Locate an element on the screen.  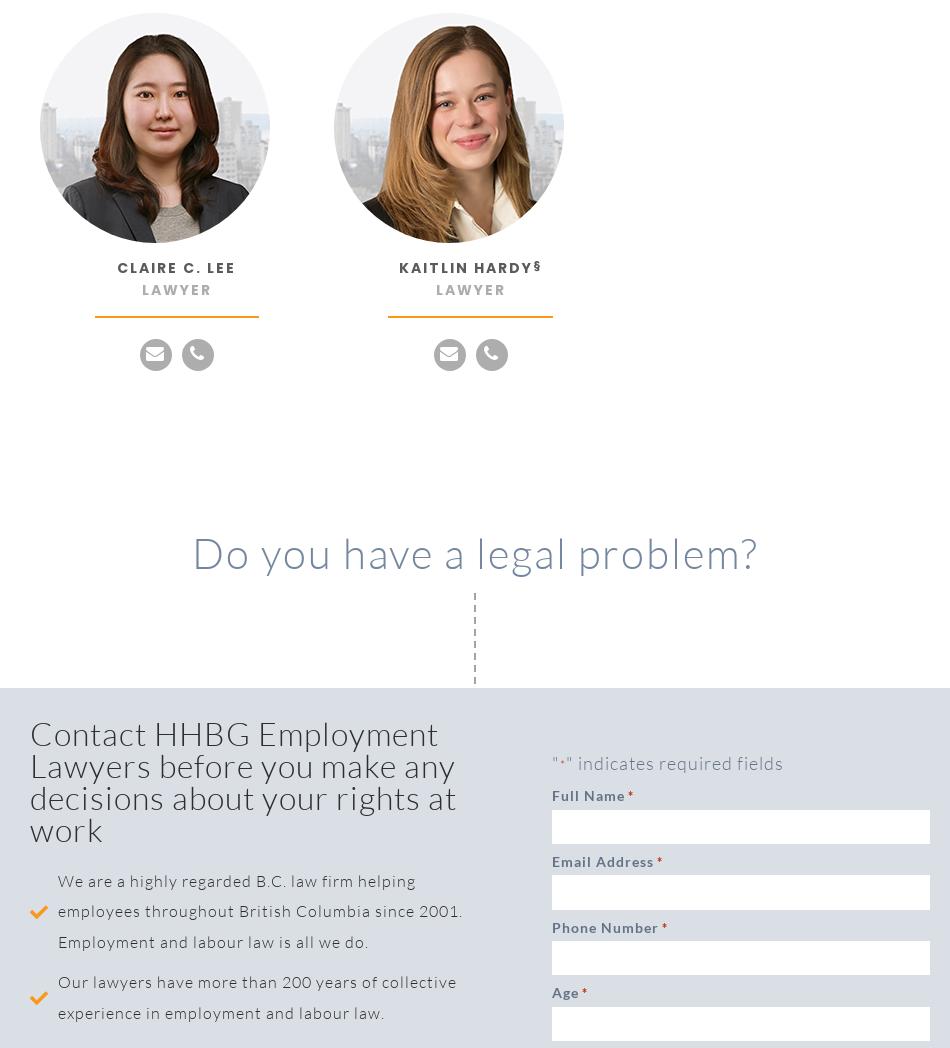
'Our lawyers have more than 200 years of collective experience in employment and labour law.' is located at coordinates (255, 996).